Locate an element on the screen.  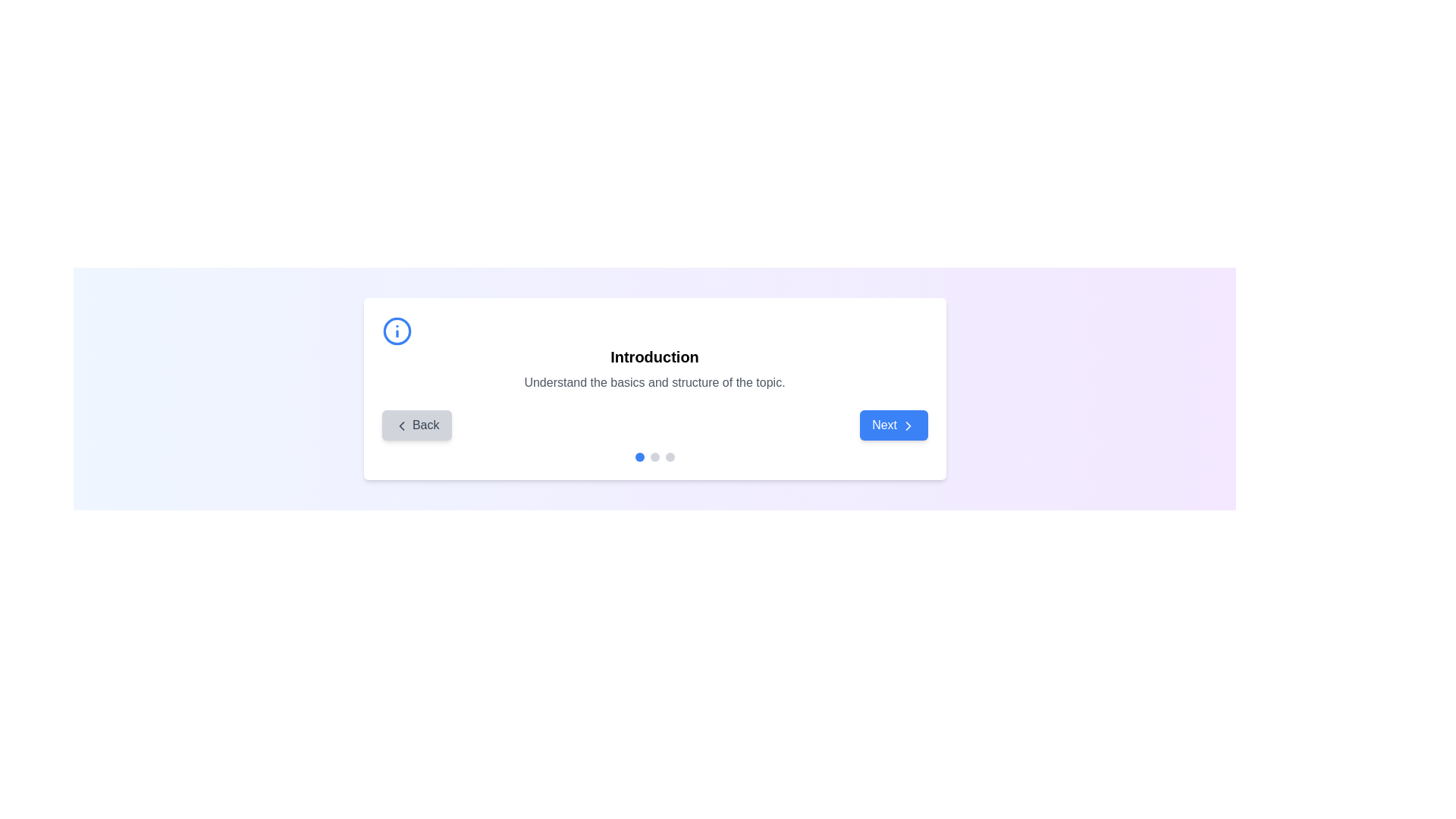
the inactive state indicator circle, which is the middle element in a group of three circular indicators, positioned horizontally in a card-like interface is located at coordinates (654, 456).